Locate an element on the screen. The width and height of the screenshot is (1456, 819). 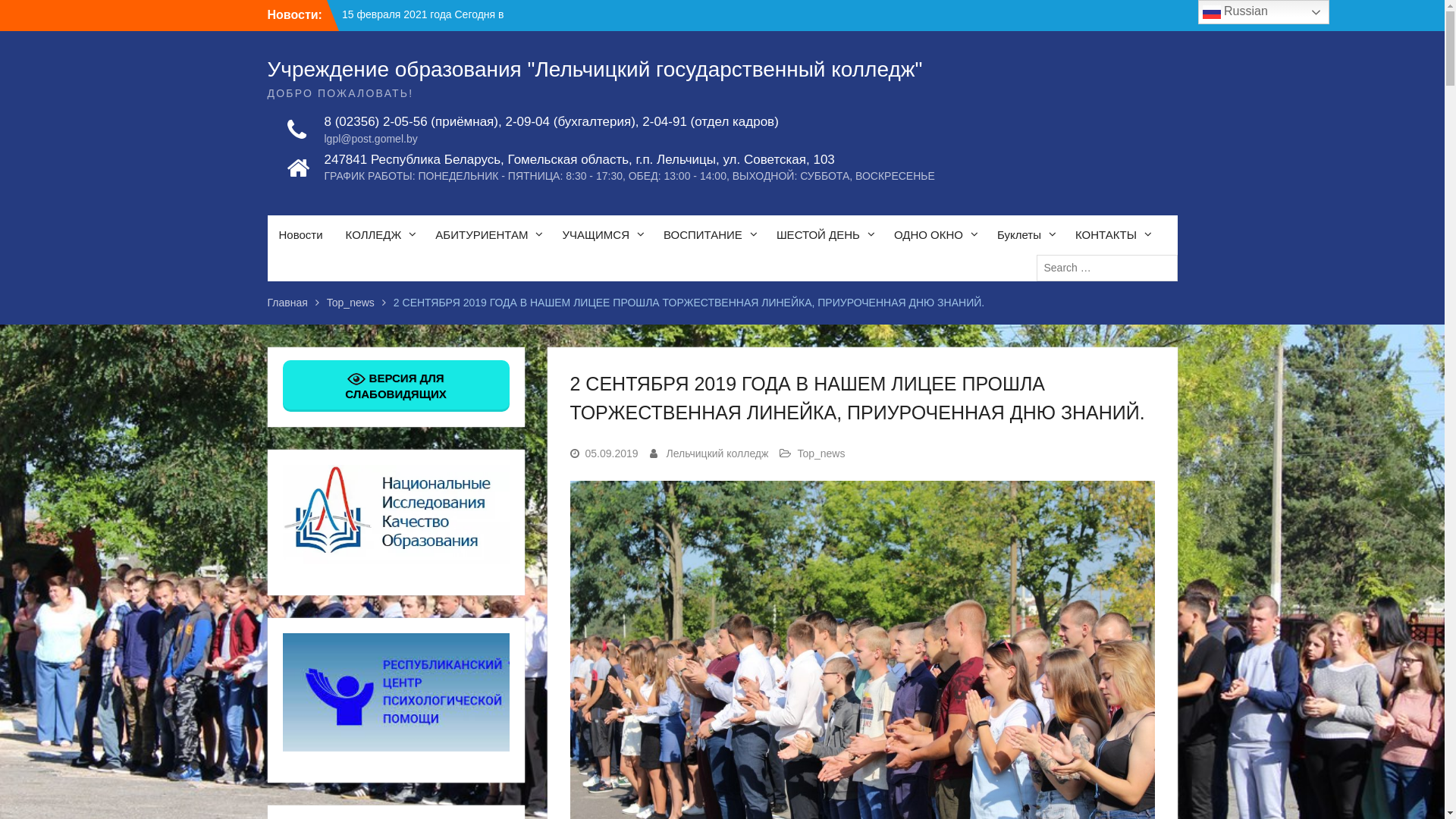
'Russian' is located at coordinates (1263, 11).